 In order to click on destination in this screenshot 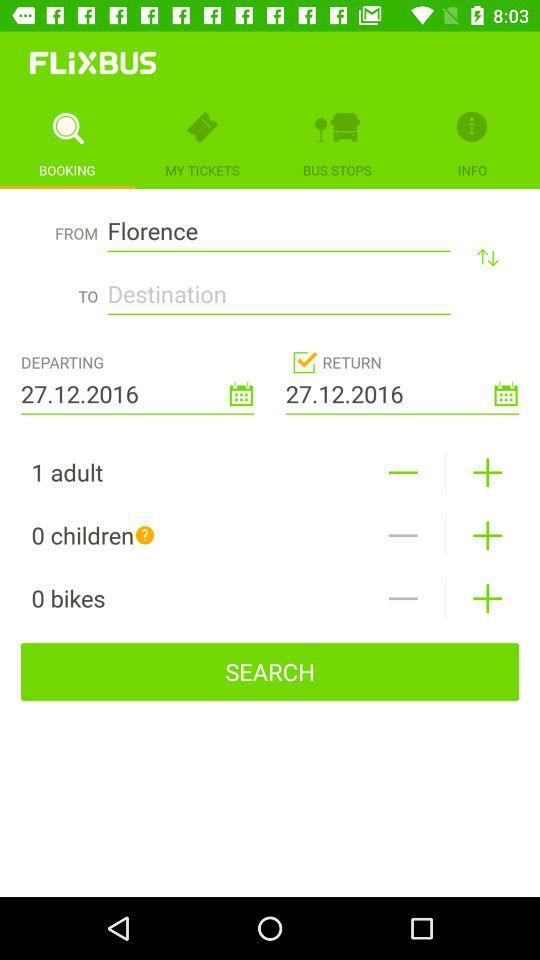, I will do `click(278, 287)`.